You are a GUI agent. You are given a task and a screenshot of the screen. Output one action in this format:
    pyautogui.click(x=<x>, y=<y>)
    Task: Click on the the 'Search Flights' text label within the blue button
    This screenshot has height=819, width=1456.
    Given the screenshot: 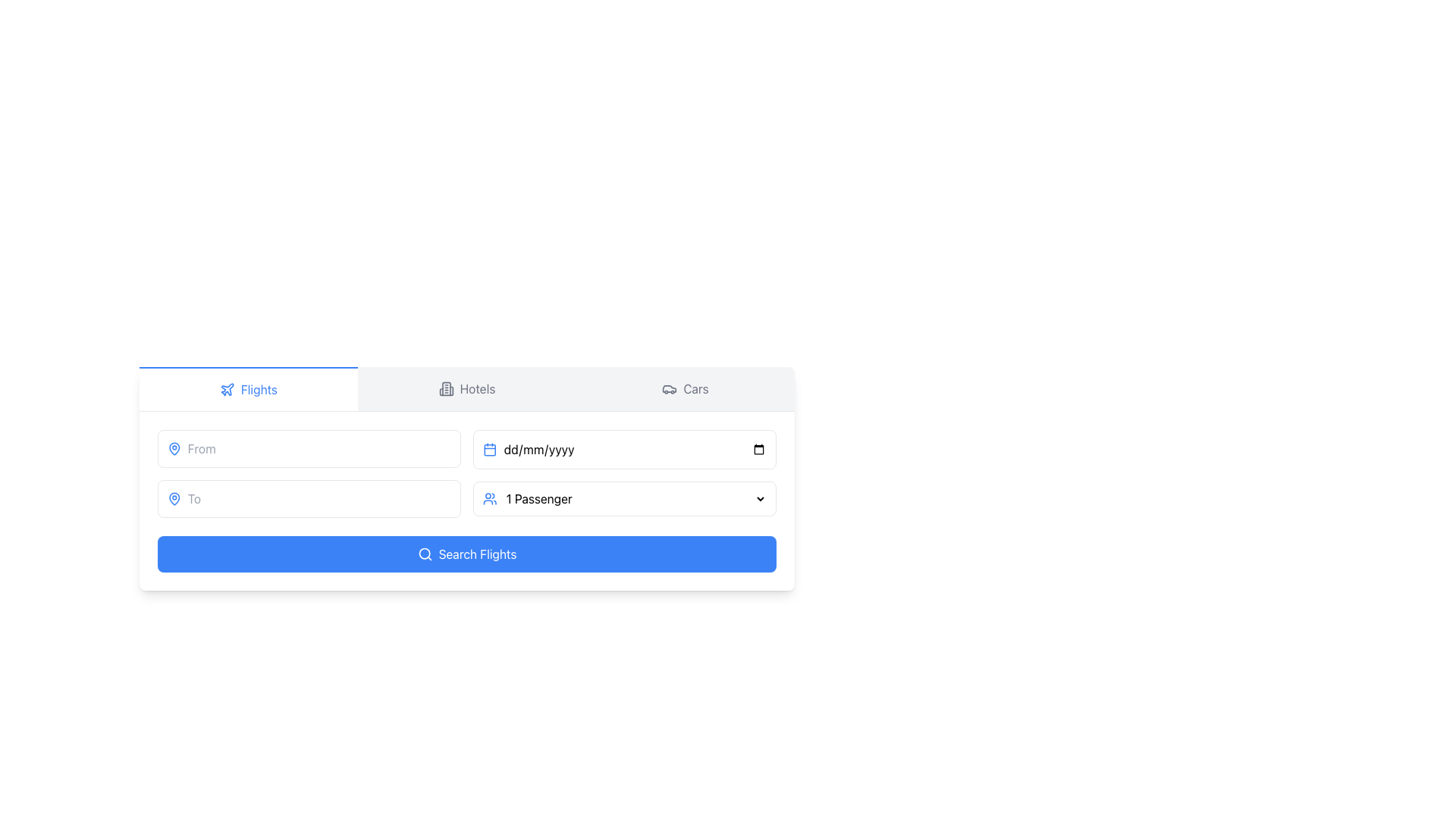 What is the action you would take?
    pyautogui.click(x=476, y=554)
    